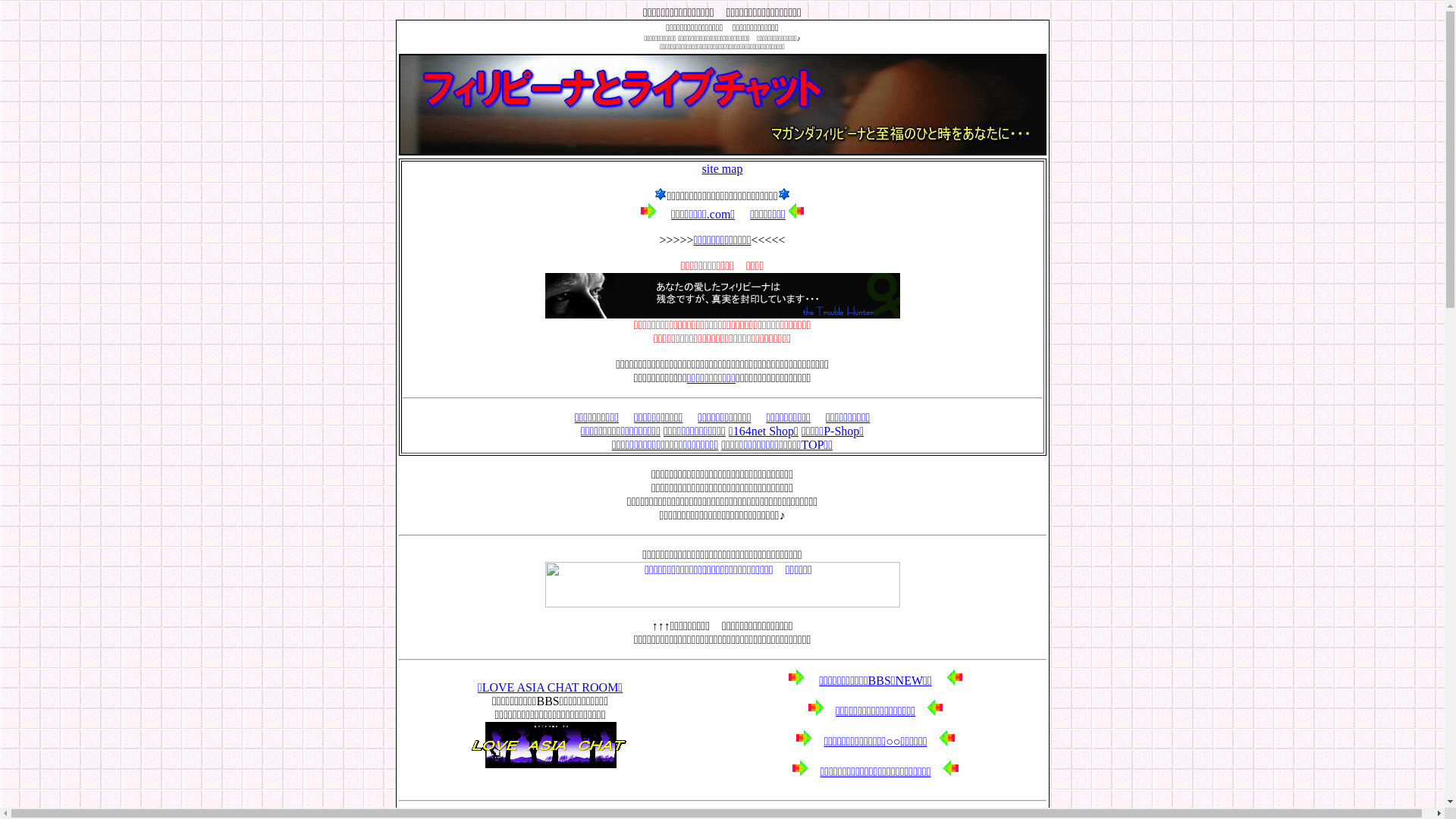  Describe the element at coordinates (722, 168) in the screenshot. I see `'site map'` at that location.